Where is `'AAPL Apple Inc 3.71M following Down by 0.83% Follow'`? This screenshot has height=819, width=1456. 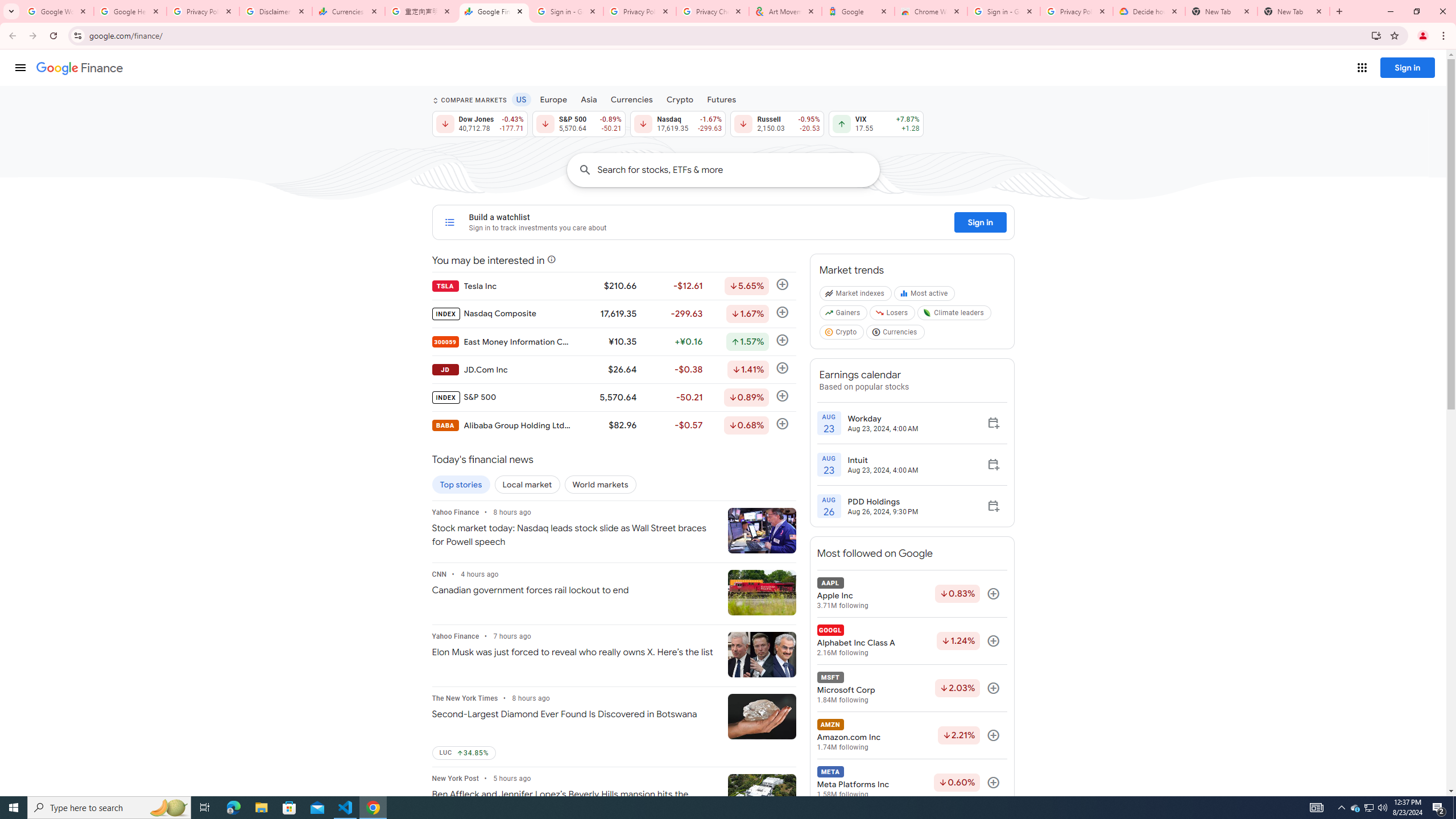
'AAPL Apple Inc 3.71M following Down by 0.83% Follow' is located at coordinates (911, 593).